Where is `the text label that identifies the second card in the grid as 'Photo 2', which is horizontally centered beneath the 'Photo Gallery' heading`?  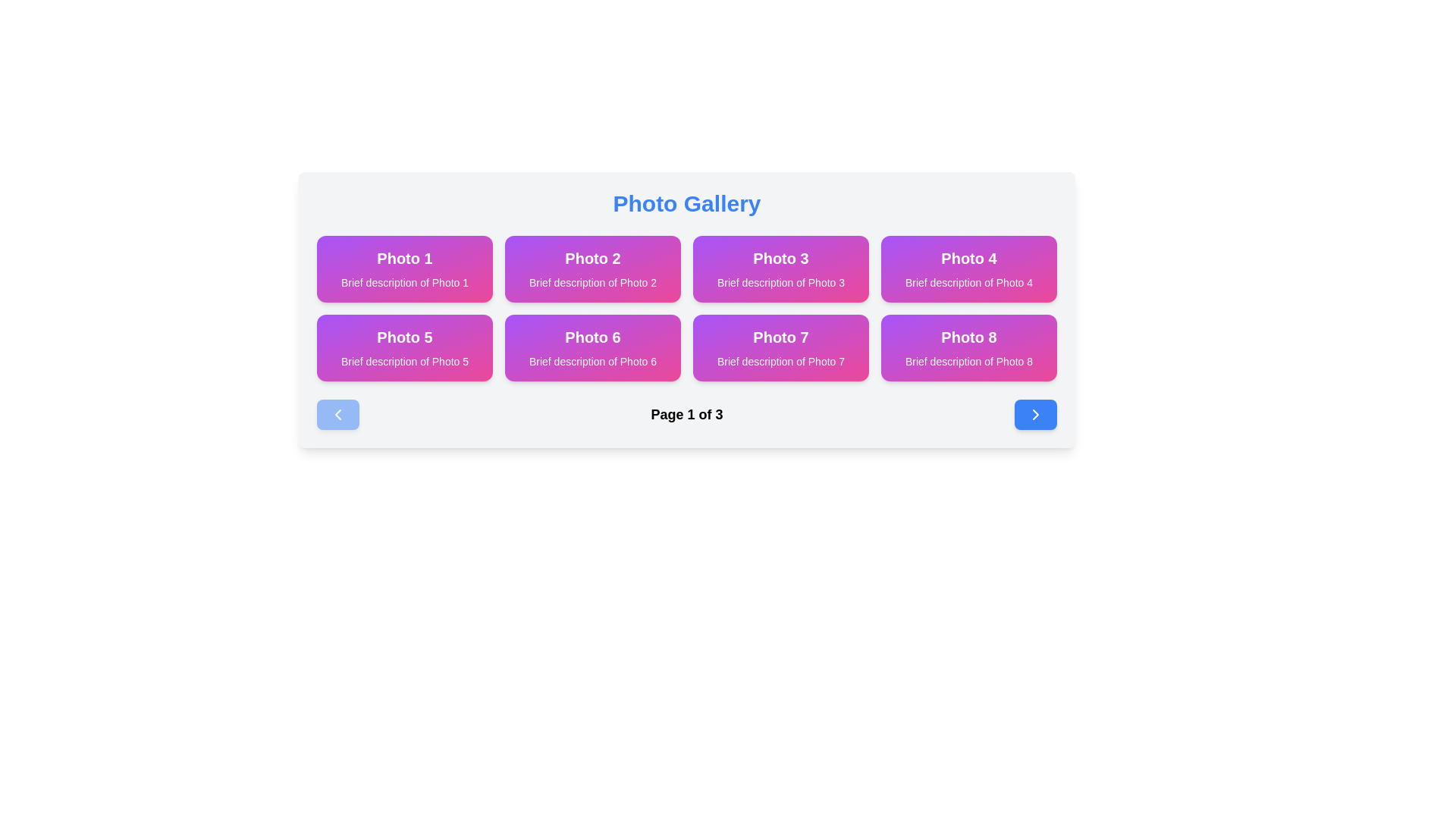
the text label that identifies the second card in the grid as 'Photo 2', which is horizontally centered beneath the 'Photo Gallery' heading is located at coordinates (592, 257).